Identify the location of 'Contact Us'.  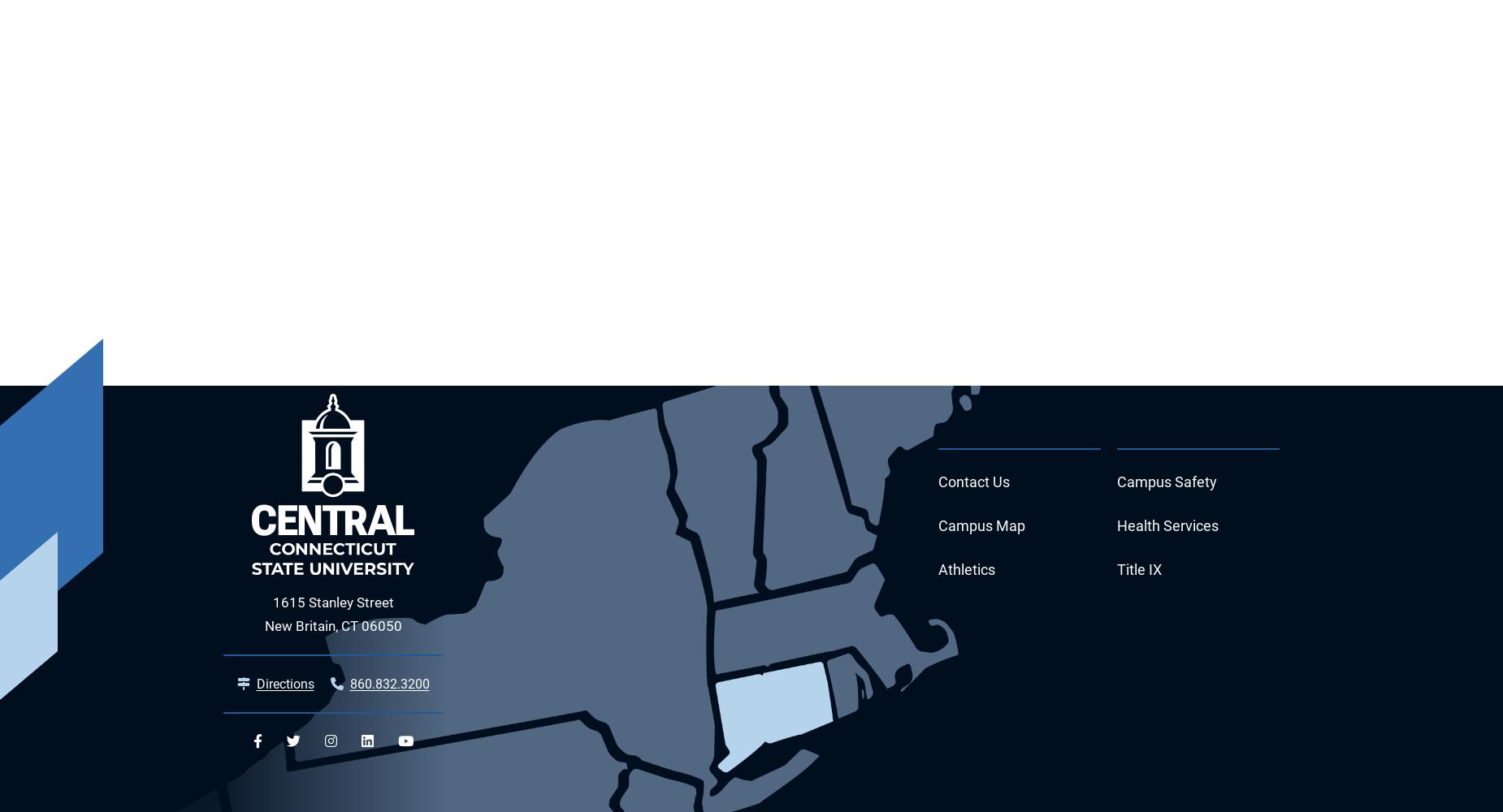
(972, 480).